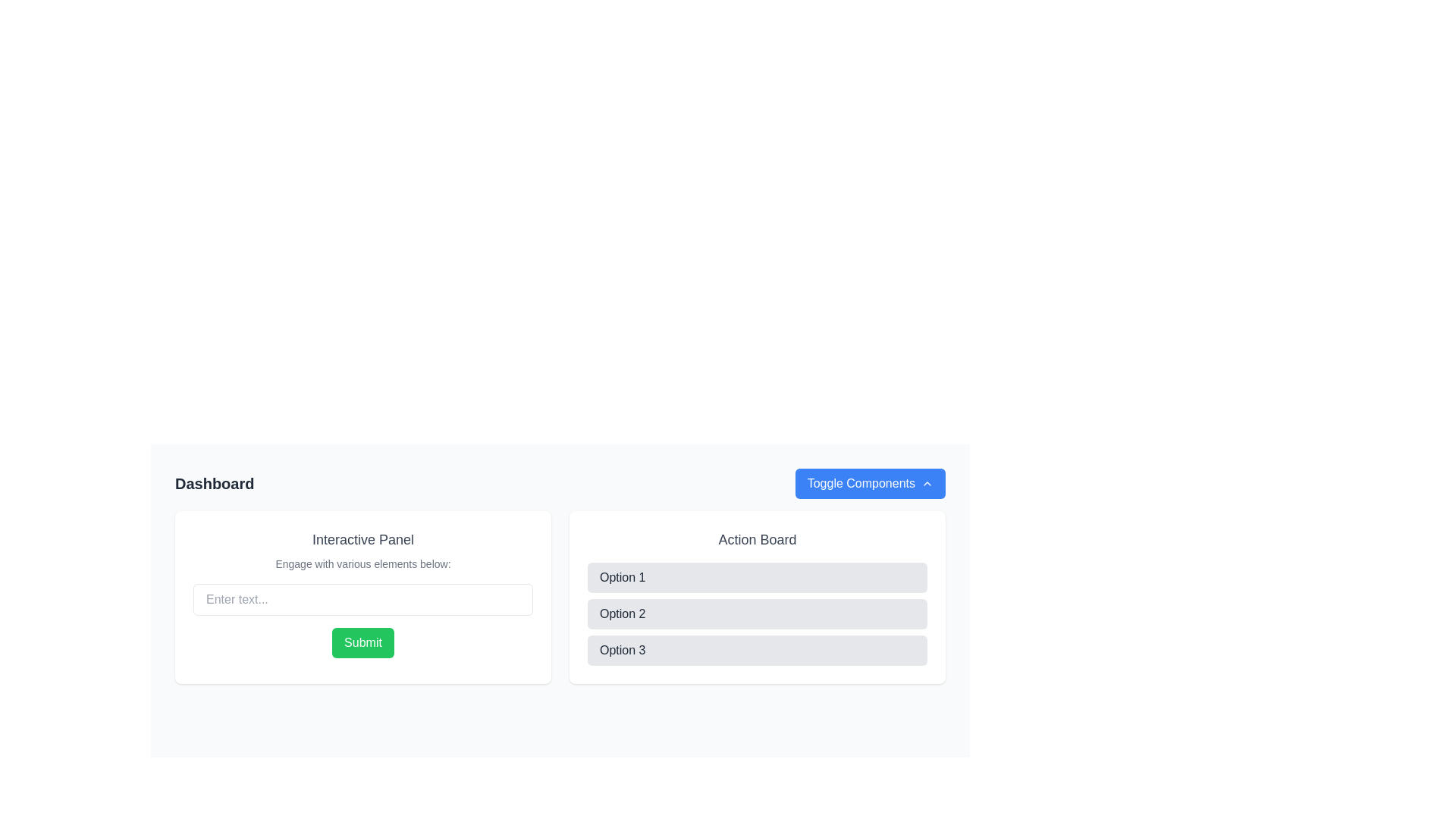 The image size is (1456, 819). What do you see at coordinates (757, 596) in the screenshot?
I see `the 'Option 2' list item, which is a horizontal rectangular section with a light gray background and rounded corners, positioned in the 'Action Board' panel between 'Option 1' and 'Option 3'` at bounding box center [757, 596].